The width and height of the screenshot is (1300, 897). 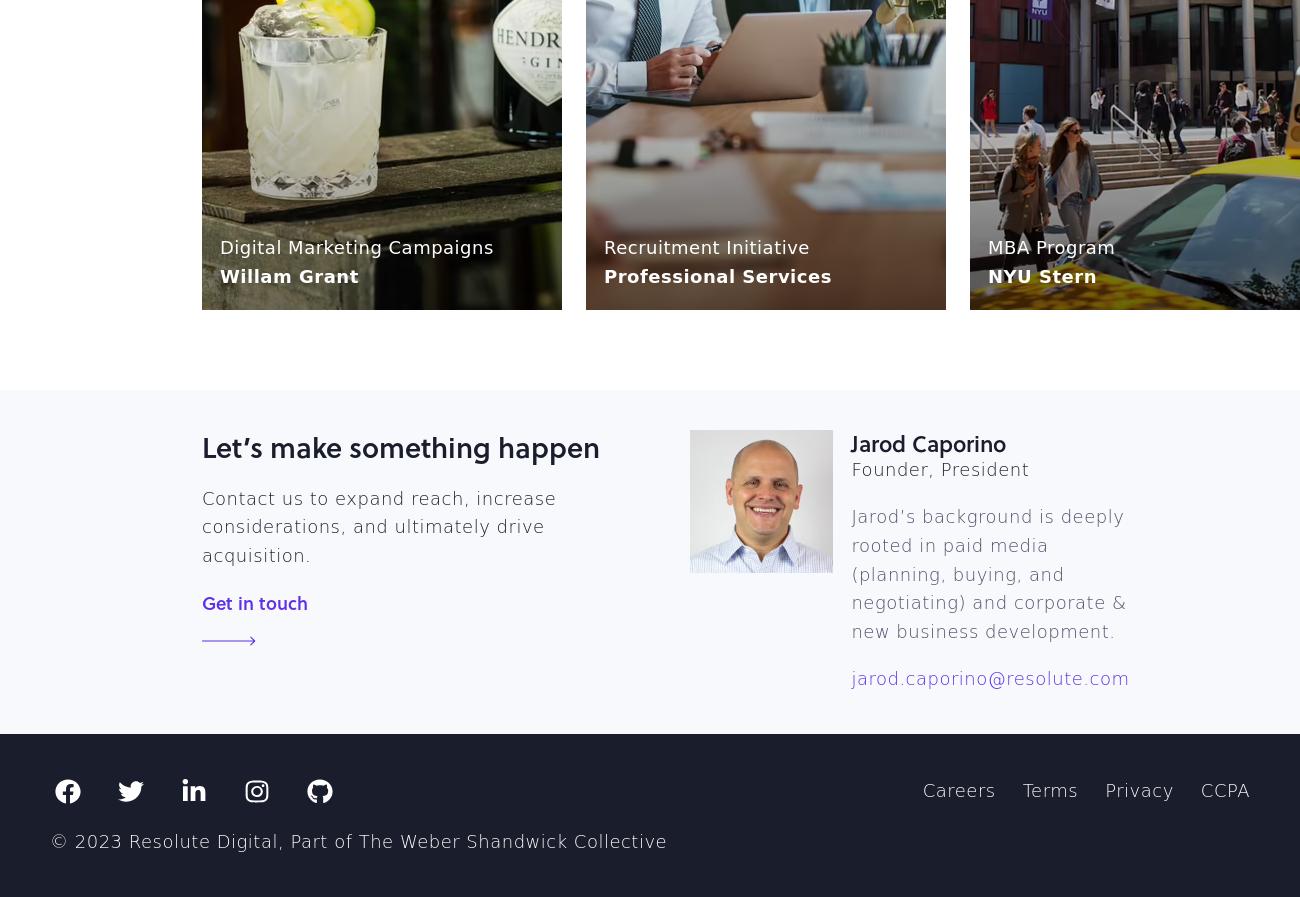 I want to click on 'Terms', so click(x=1050, y=790).